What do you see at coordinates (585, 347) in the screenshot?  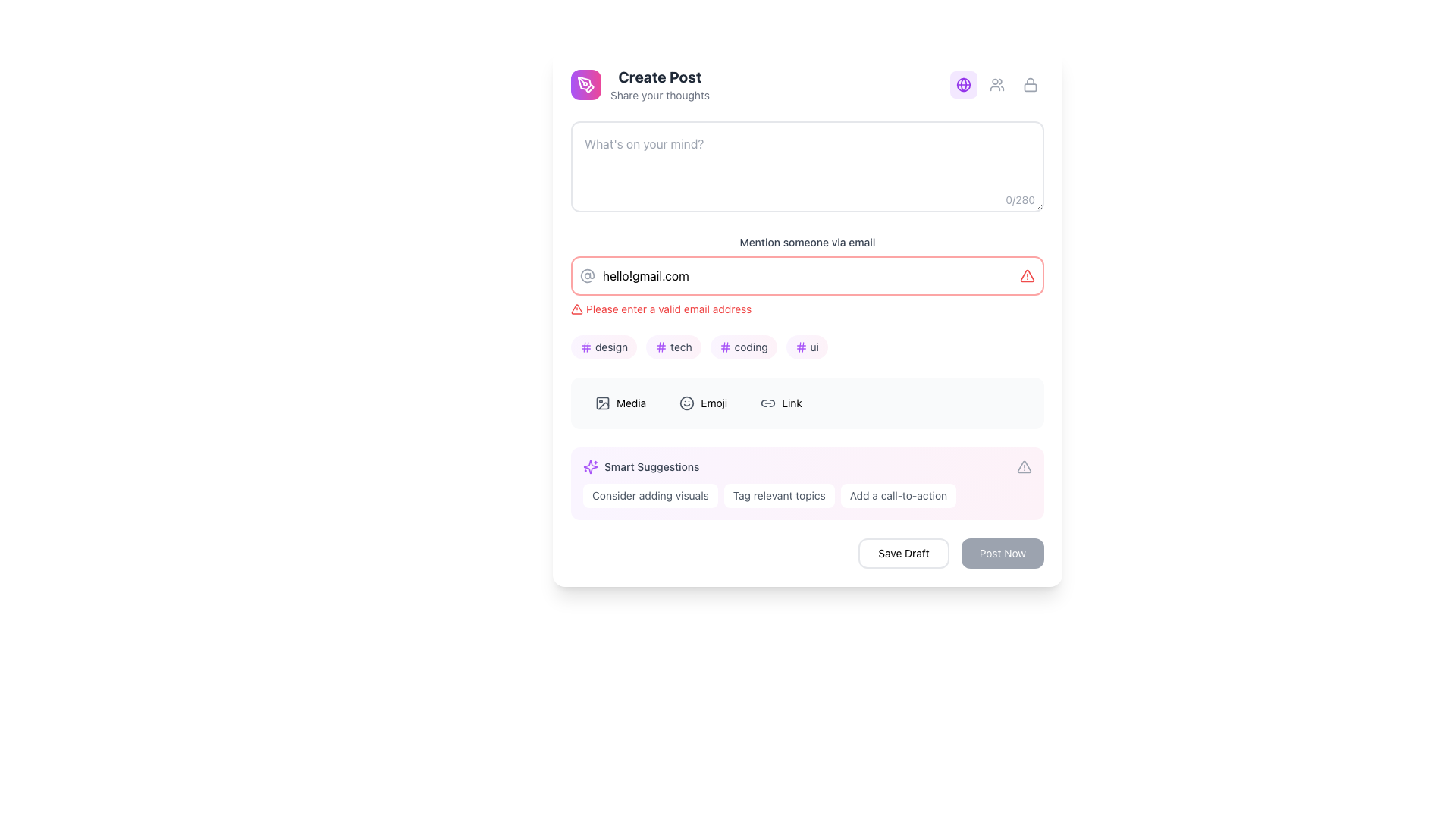 I see `the hashtag icon located to the left of the text 'design' within a rounded rectangular button with a gradient background` at bounding box center [585, 347].